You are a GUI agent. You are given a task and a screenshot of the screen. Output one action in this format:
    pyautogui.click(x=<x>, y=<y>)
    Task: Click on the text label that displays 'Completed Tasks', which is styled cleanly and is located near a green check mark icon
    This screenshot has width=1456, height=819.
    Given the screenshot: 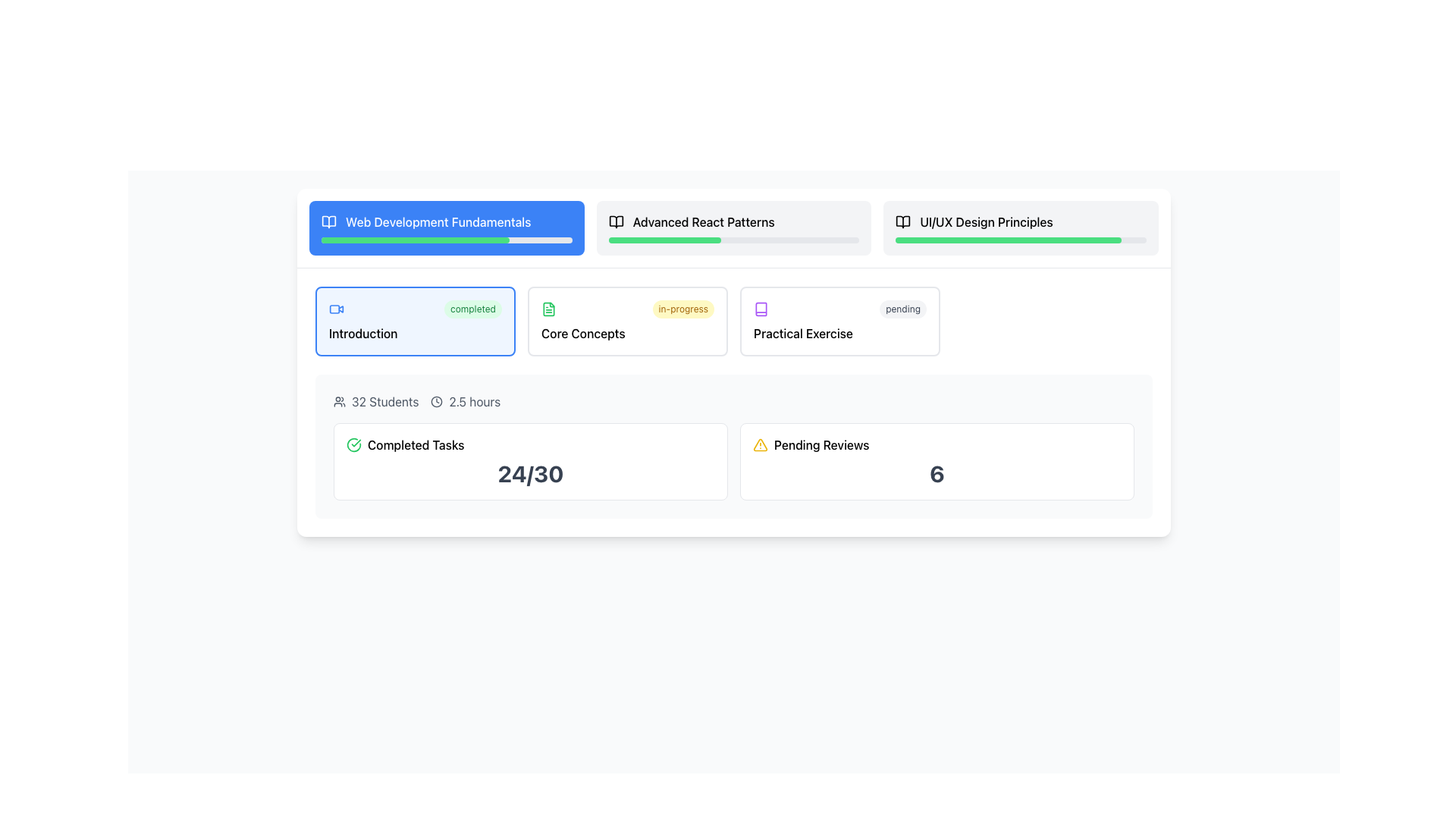 What is the action you would take?
    pyautogui.click(x=416, y=444)
    